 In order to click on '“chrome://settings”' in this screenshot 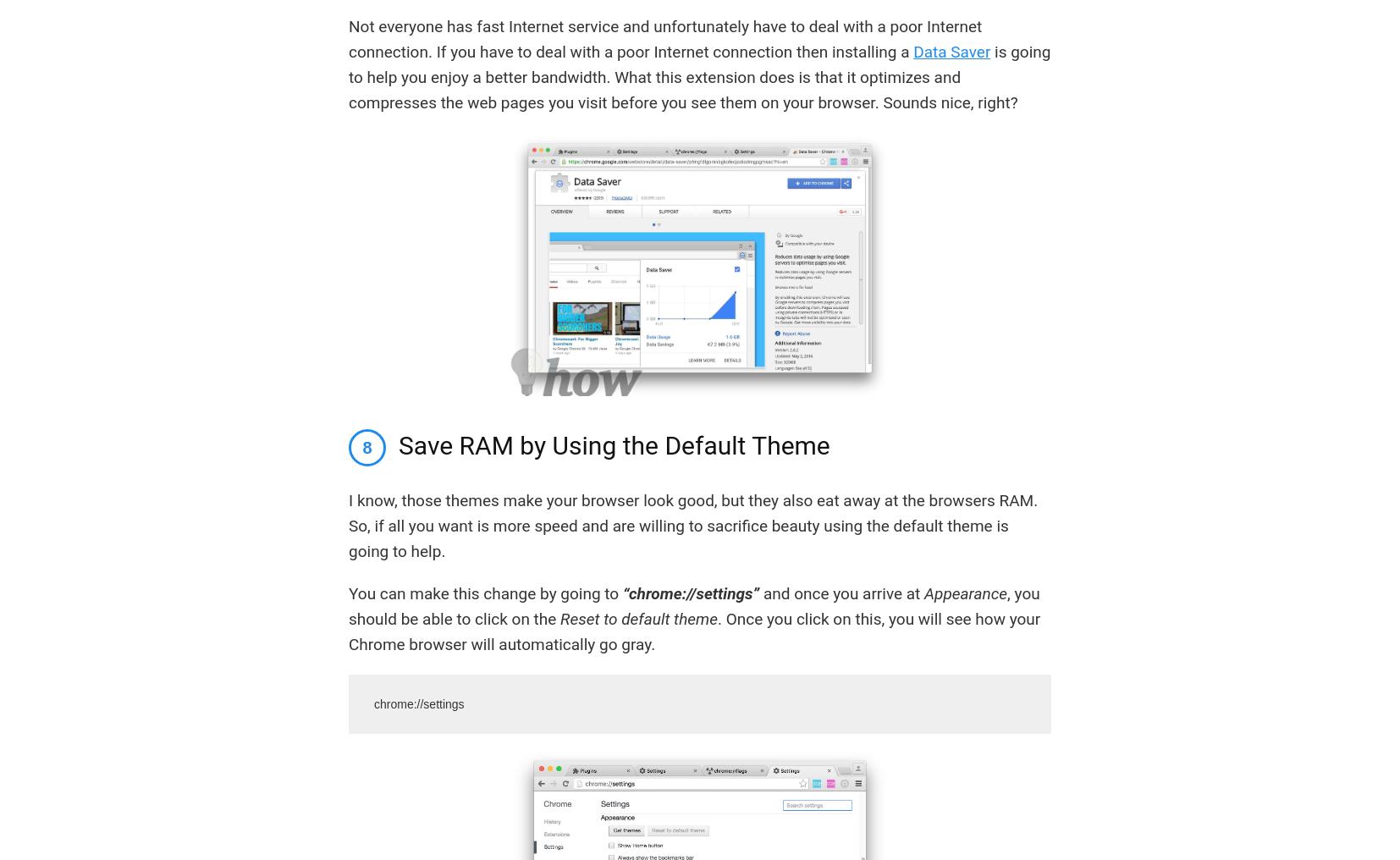, I will do `click(622, 593)`.